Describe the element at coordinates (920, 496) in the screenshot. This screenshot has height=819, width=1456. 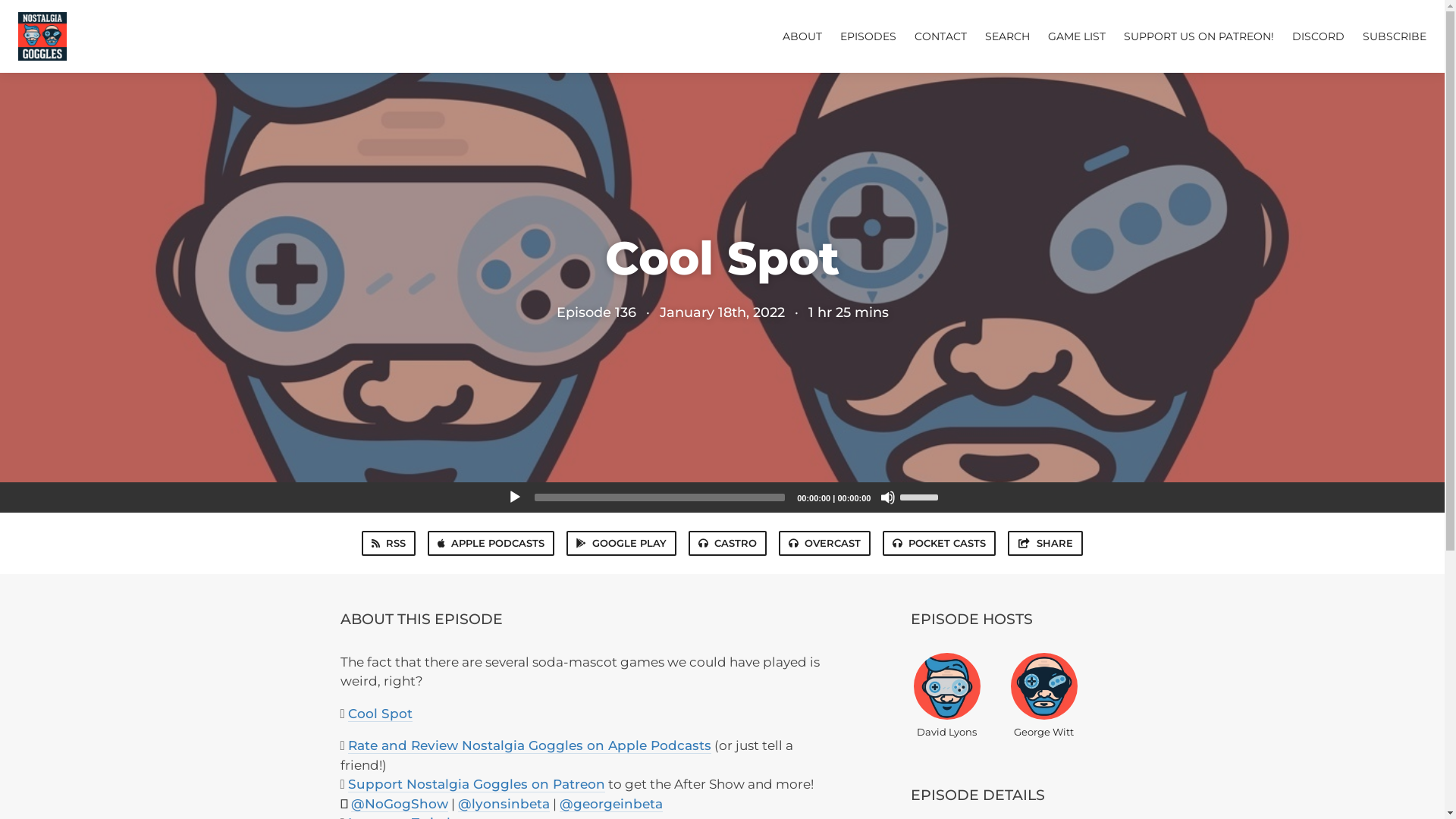
I see `'Use Up/Down Arrow keys to increase or decrease volume.'` at that location.